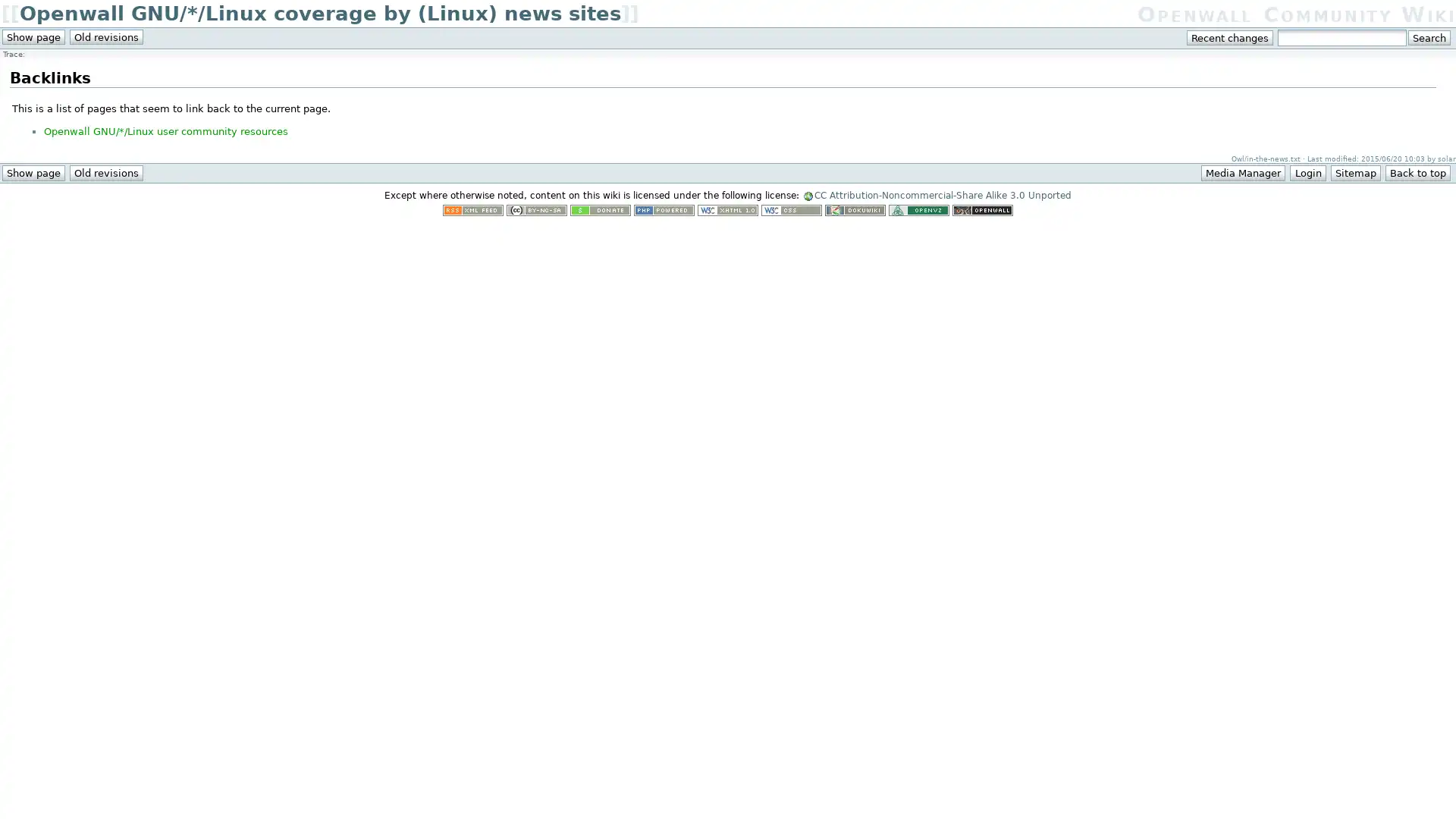  Describe the element at coordinates (1230, 37) in the screenshot. I see `Recent changes` at that location.